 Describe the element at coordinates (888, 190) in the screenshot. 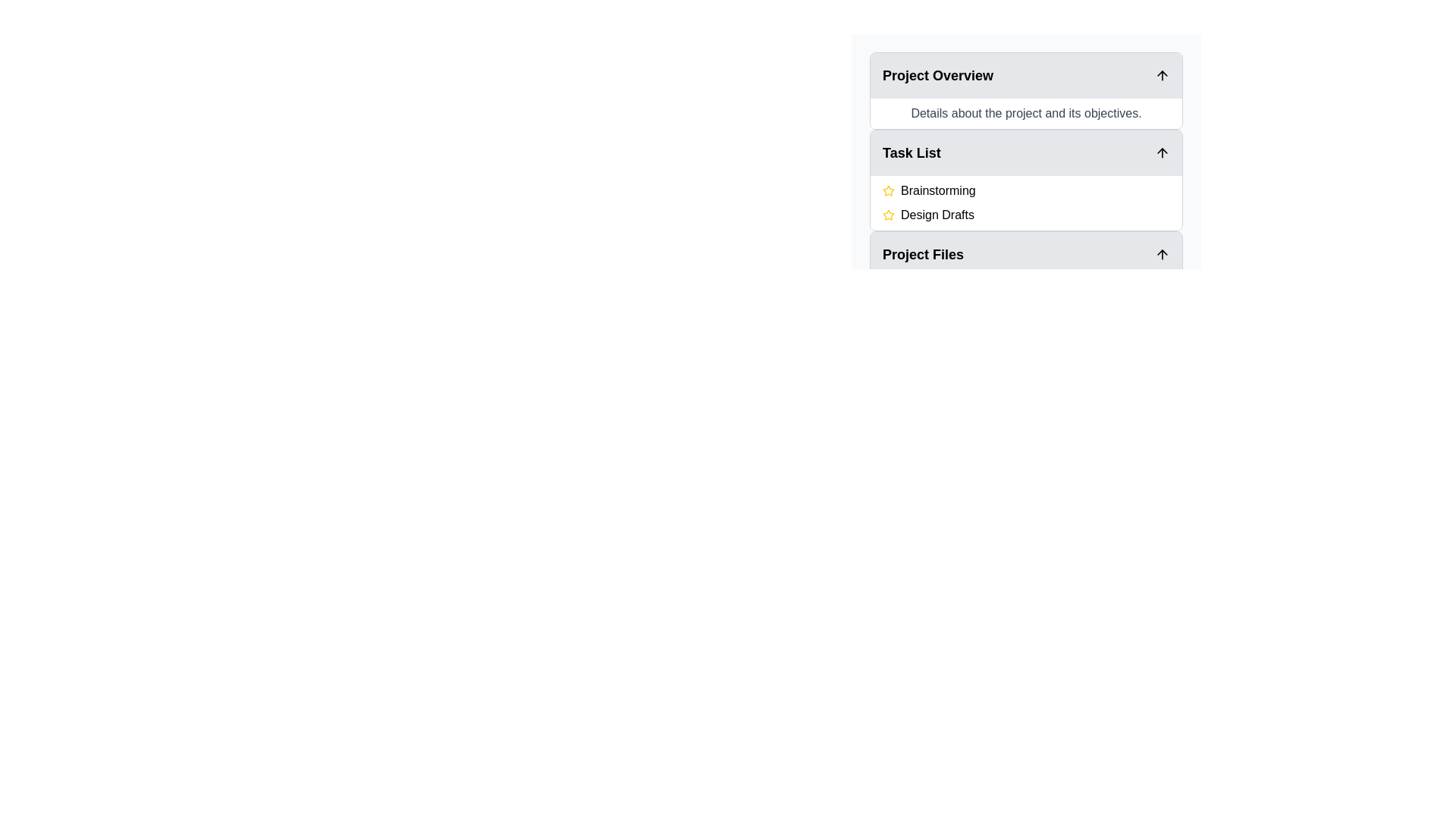

I see `the star icon representing the rating or importance marker for the 'Brainstorming' task item, which is located to the left of the text in the task list` at that location.